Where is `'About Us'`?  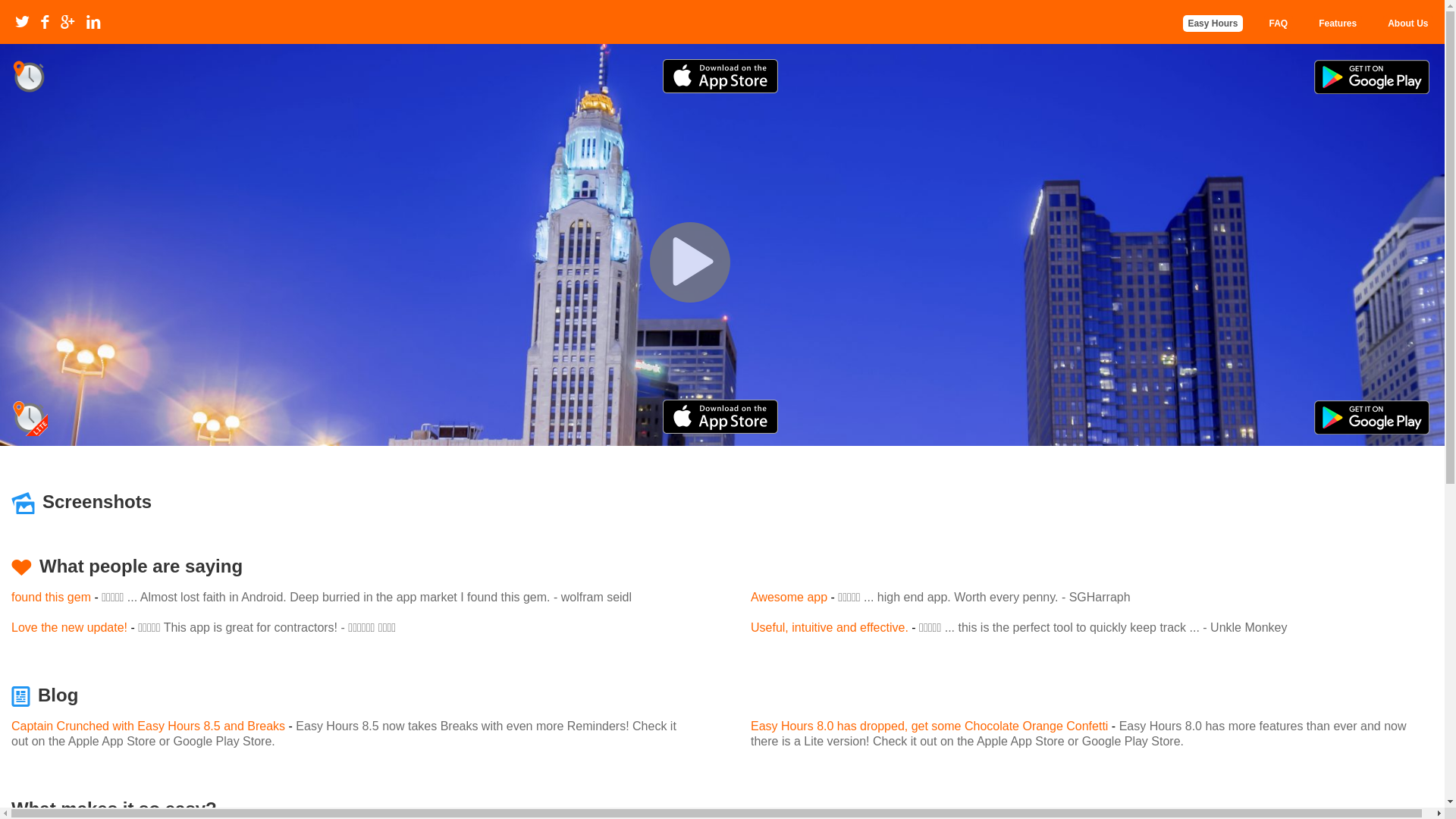 'About Us' is located at coordinates (1407, 23).